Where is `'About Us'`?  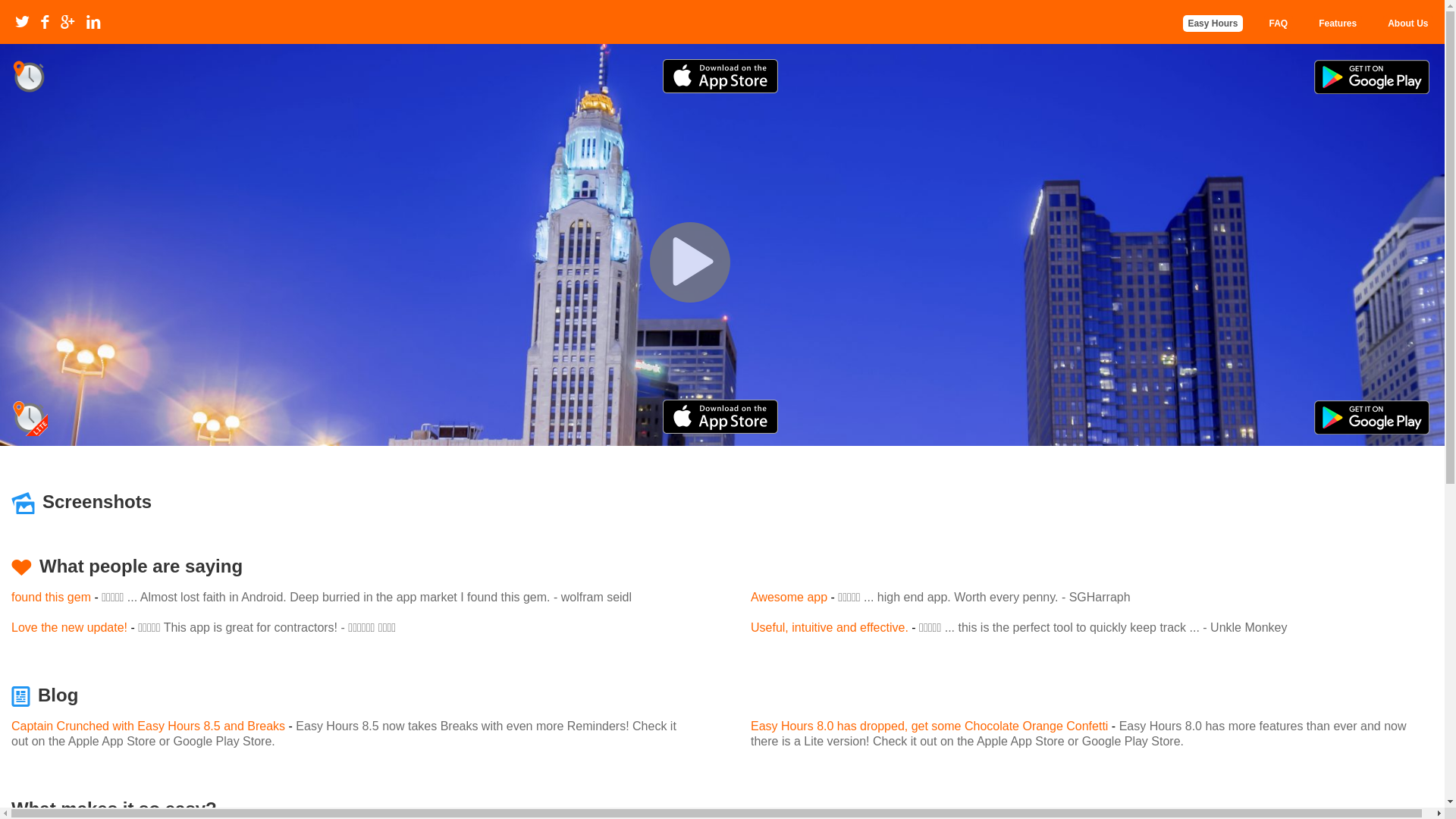 'About Us' is located at coordinates (1407, 23).